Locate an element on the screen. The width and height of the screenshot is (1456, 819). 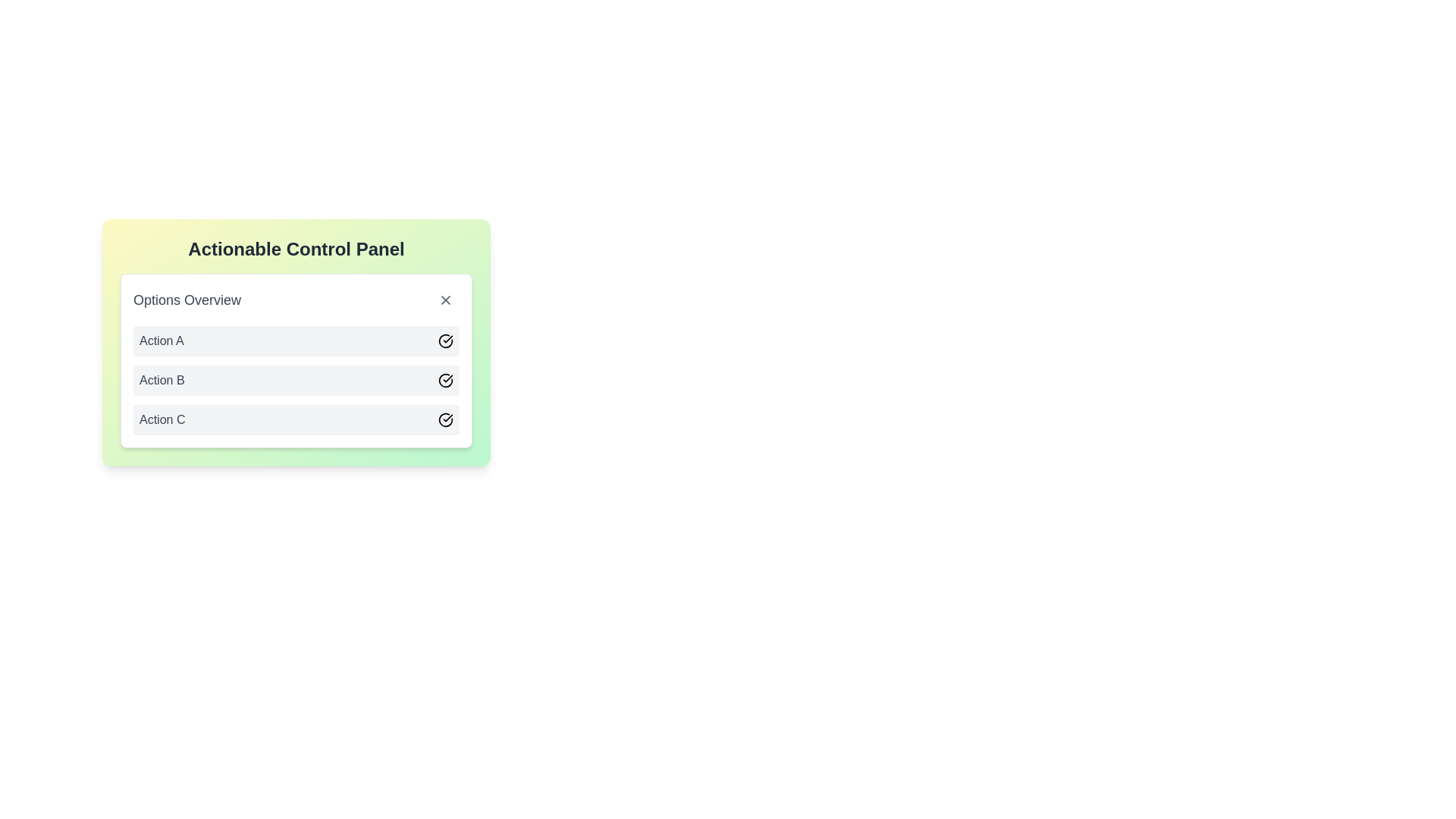
the text label 'Action B' is located at coordinates (162, 379).